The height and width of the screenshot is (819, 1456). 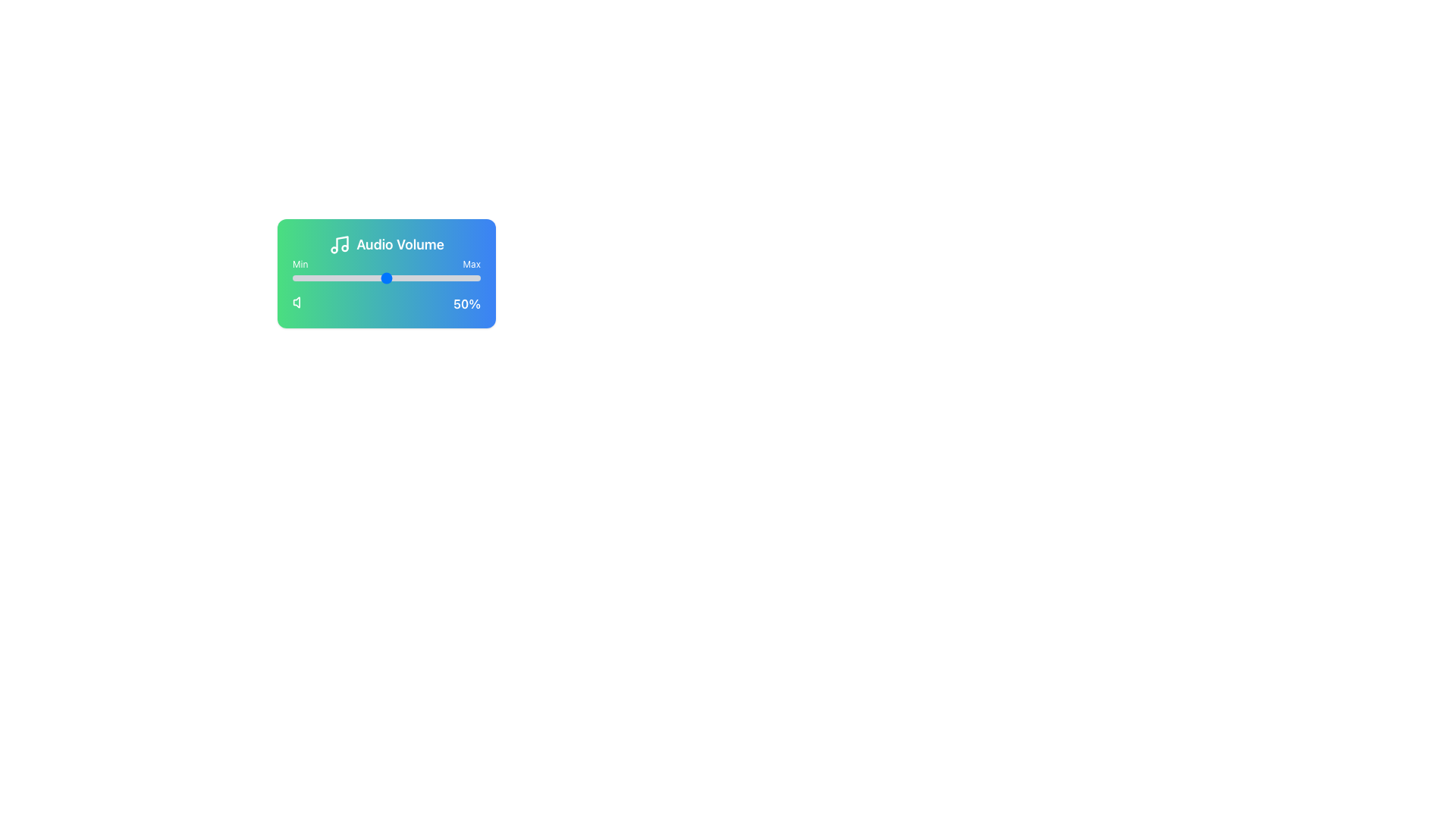 I want to click on the slider, so click(x=372, y=278).